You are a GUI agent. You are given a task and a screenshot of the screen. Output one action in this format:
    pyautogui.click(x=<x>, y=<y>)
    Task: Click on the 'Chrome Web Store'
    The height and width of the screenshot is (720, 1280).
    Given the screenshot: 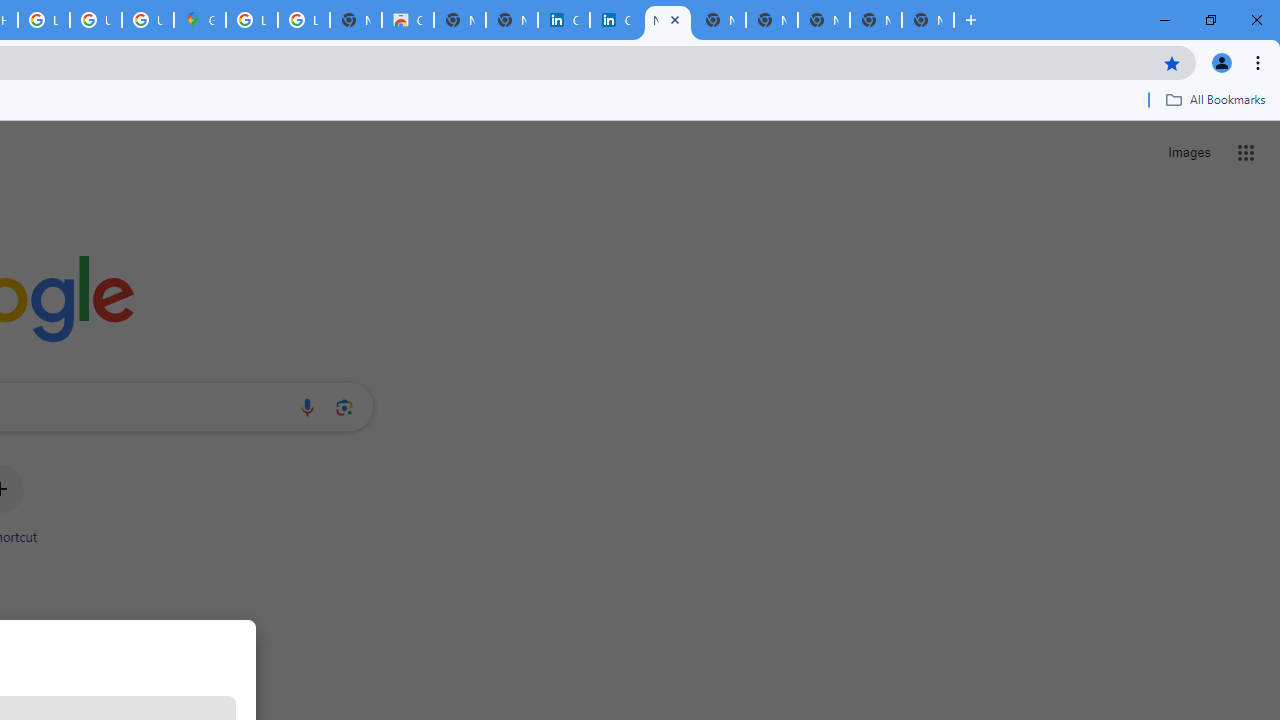 What is the action you would take?
    pyautogui.click(x=406, y=20)
    